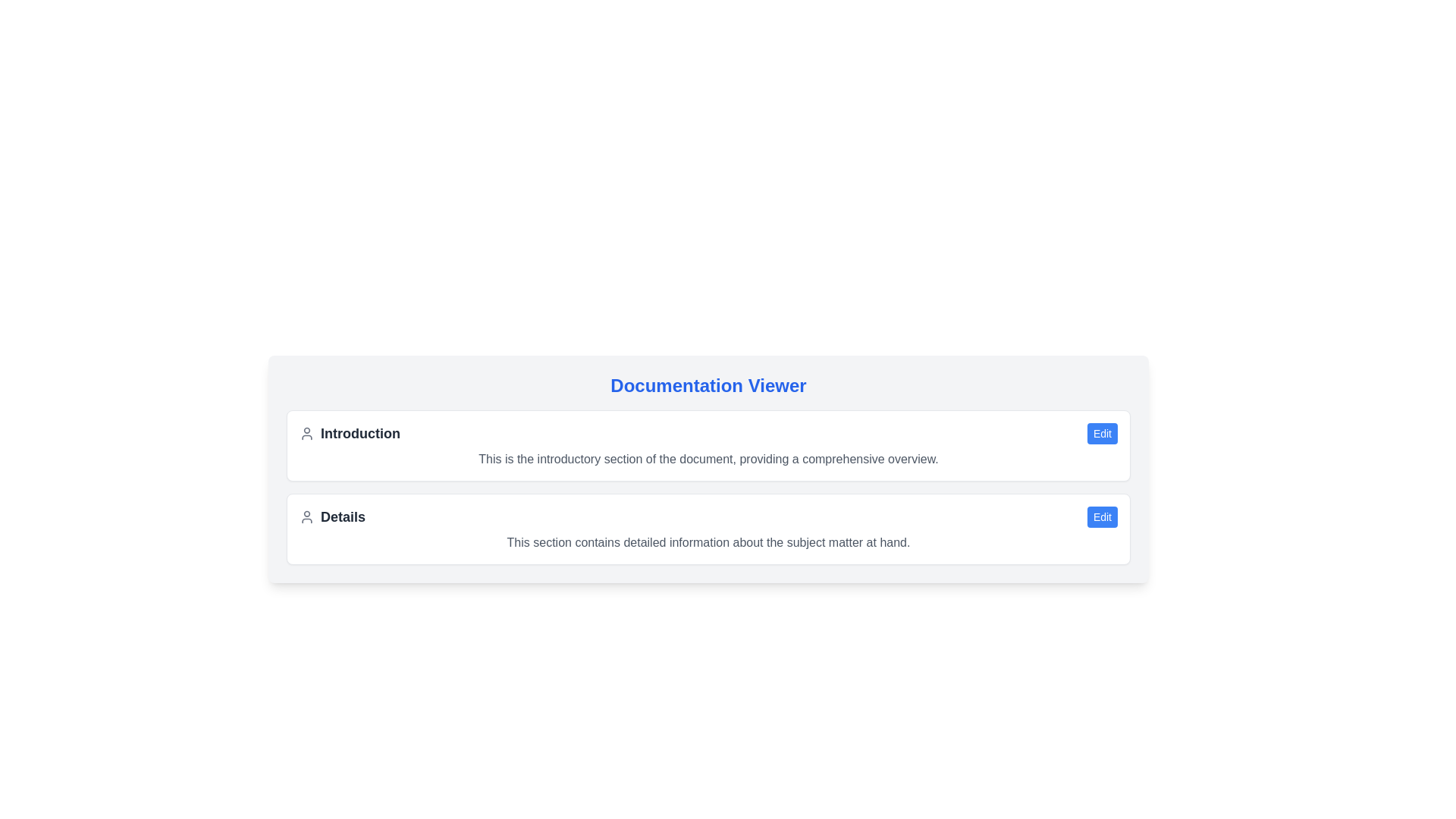 Image resolution: width=1456 pixels, height=819 pixels. What do you see at coordinates (1103, 433) in the screenshot?
I see `the button that triggers editing functionality for the 'Introduction' section, located adjacent to the text labeled 'Introduction'` at bounding box center [1103, 433].